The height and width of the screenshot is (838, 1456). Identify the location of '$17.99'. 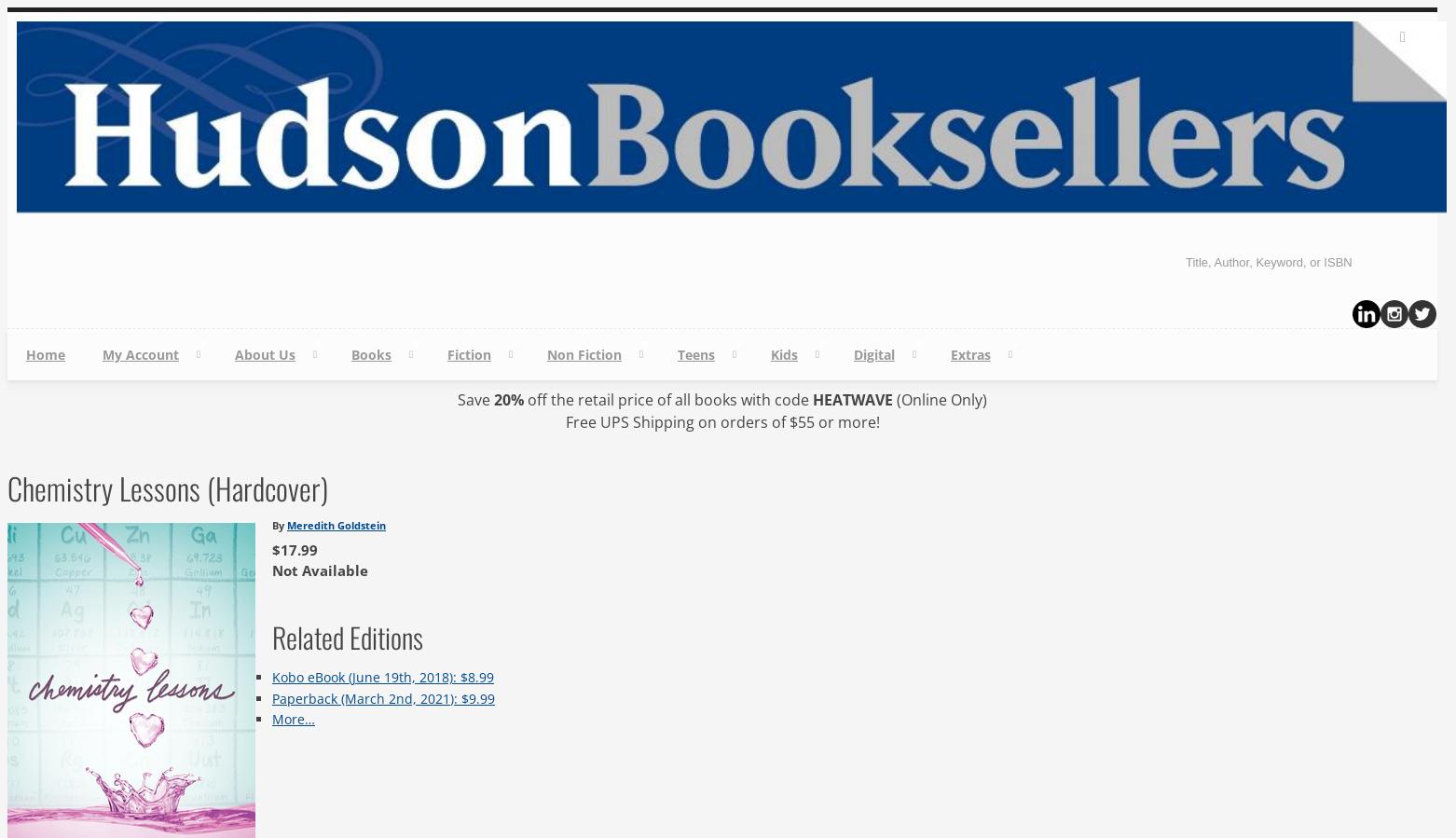
(295, 550).